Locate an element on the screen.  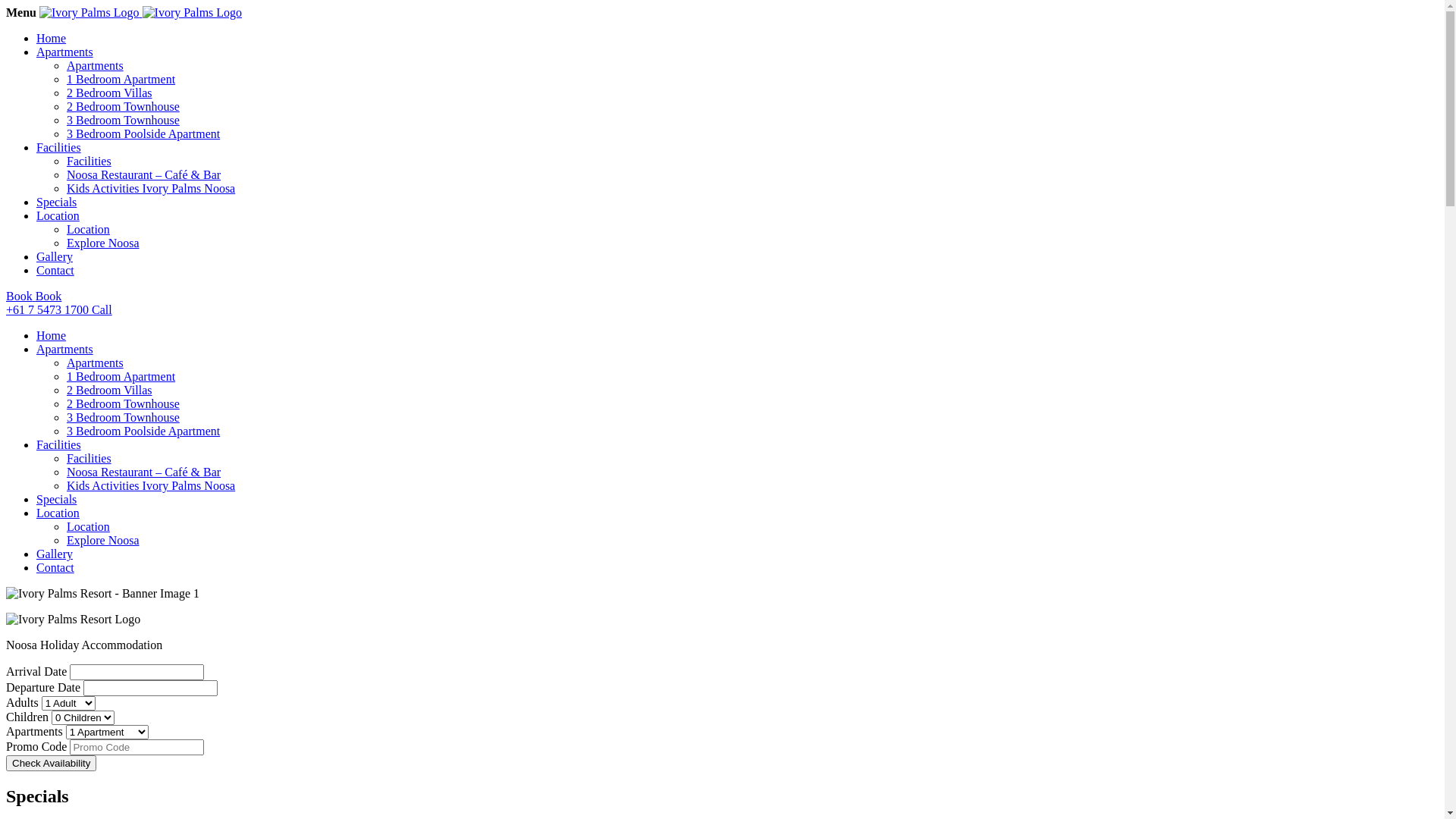
'2 Bedroom Townhouse' is located at coordinates (123, 105).